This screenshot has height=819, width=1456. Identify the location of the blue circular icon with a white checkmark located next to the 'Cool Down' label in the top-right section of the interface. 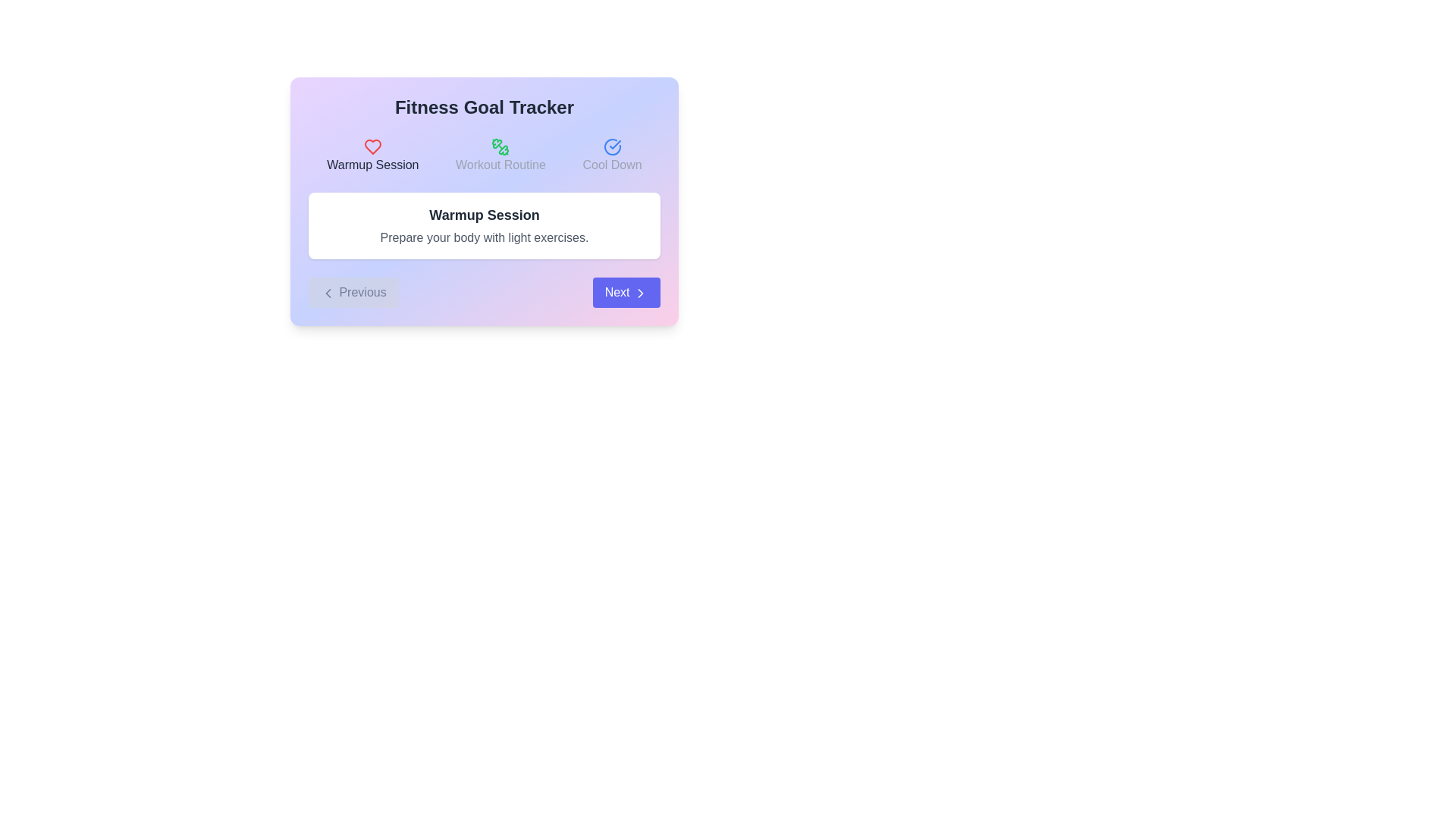
(612, 146).